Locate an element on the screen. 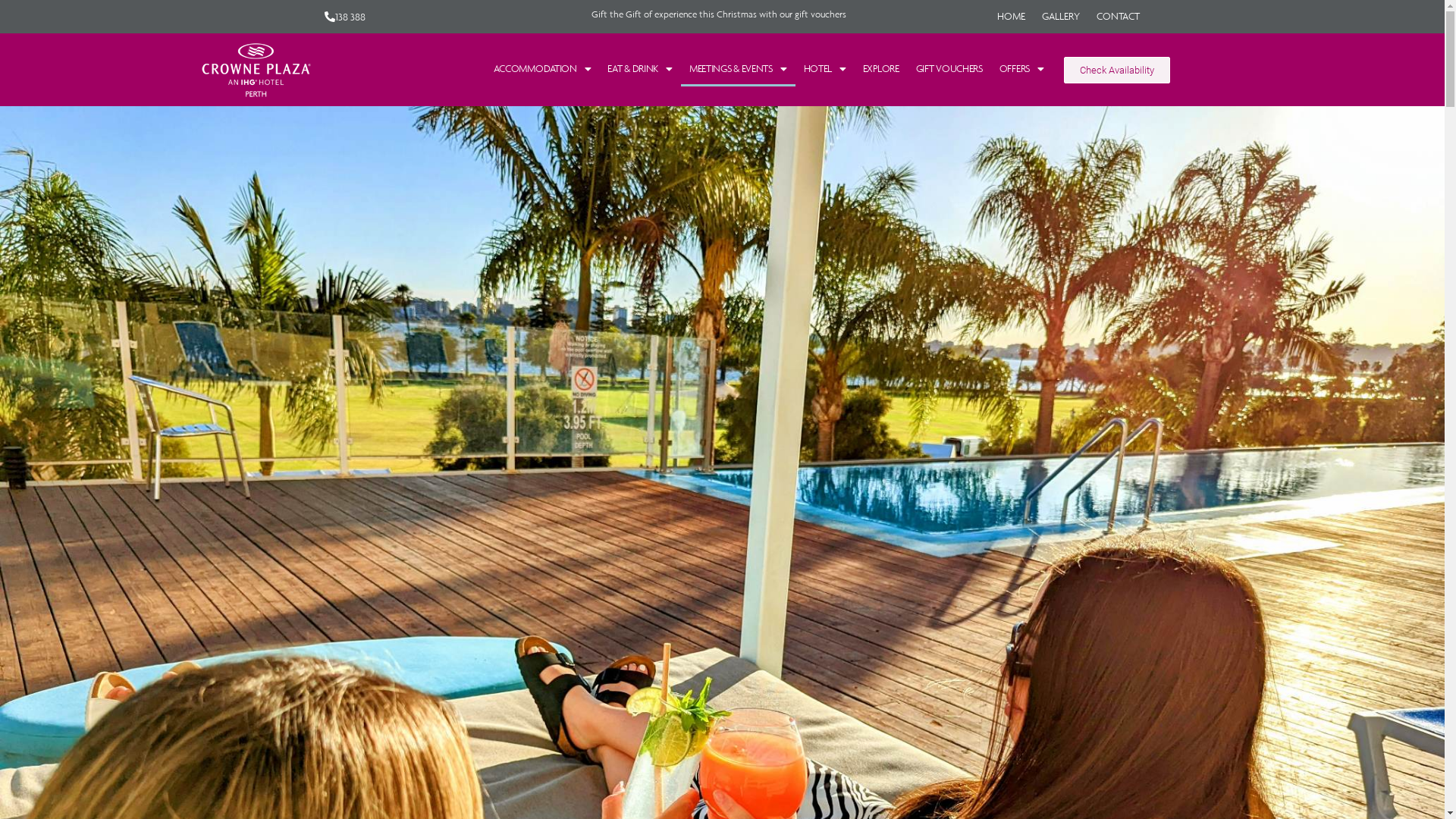 This screenshot has width=1456, height=819. 'HOTEL' is located at coordinates (823, 69).